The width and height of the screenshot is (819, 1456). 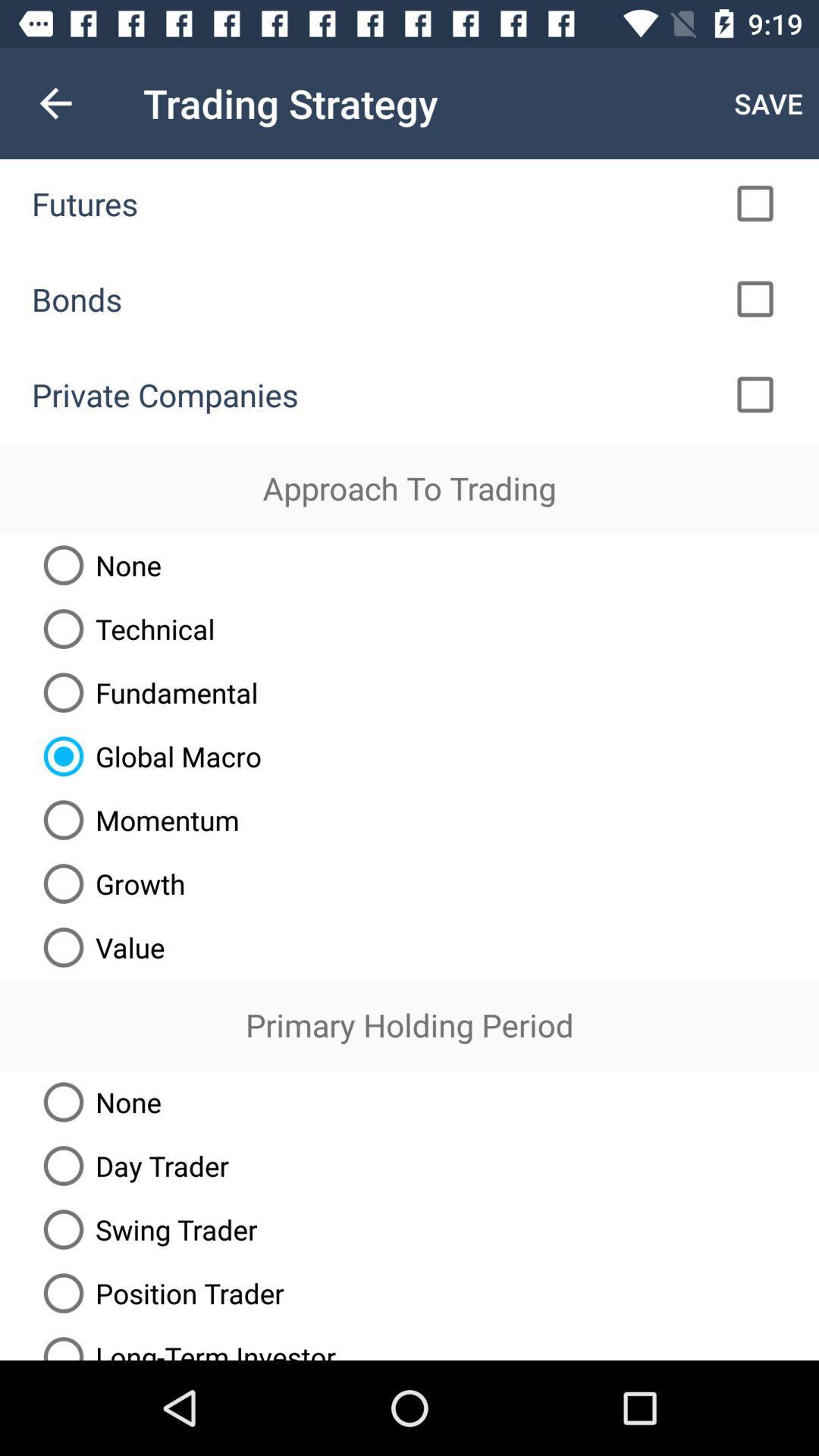 What do you see at coordinates (130, 1165) in the screenshot?
I see `icon below none item` at bounding box center [130, 1165].